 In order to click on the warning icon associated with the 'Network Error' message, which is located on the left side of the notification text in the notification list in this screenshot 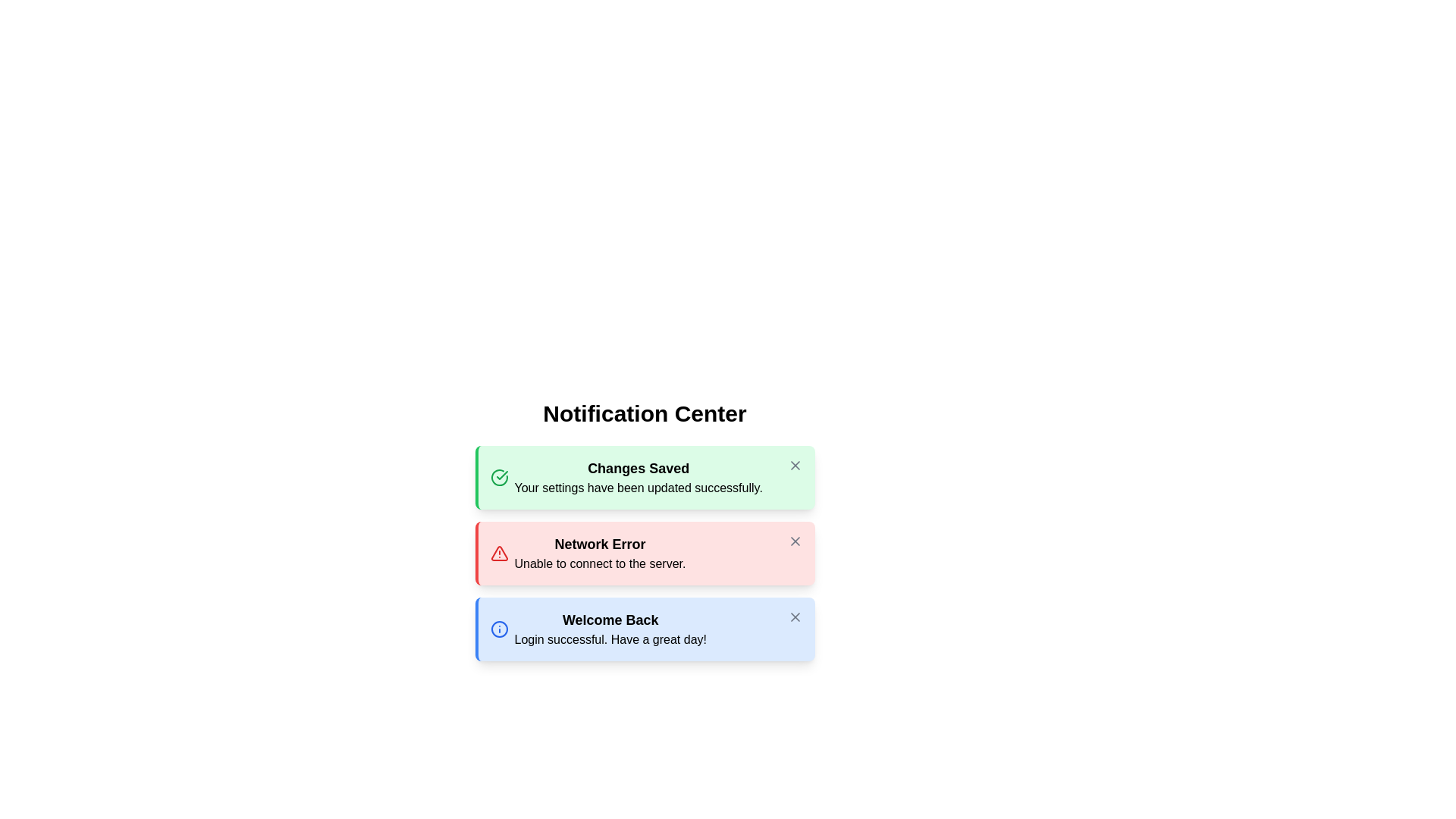, I will do `click(499, 553)`.